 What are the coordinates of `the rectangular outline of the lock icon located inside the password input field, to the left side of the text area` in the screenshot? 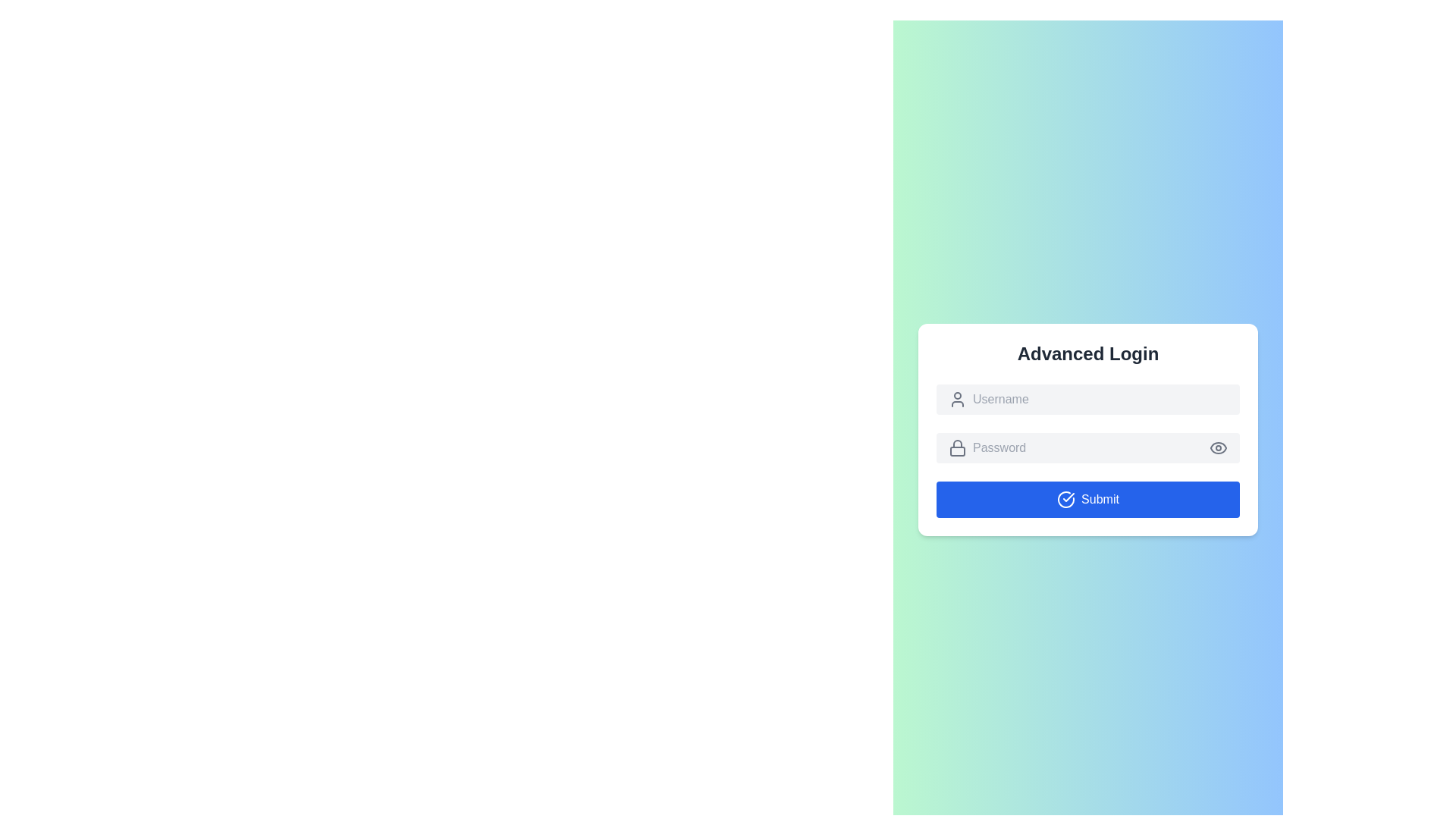 It's located at (956, 450).